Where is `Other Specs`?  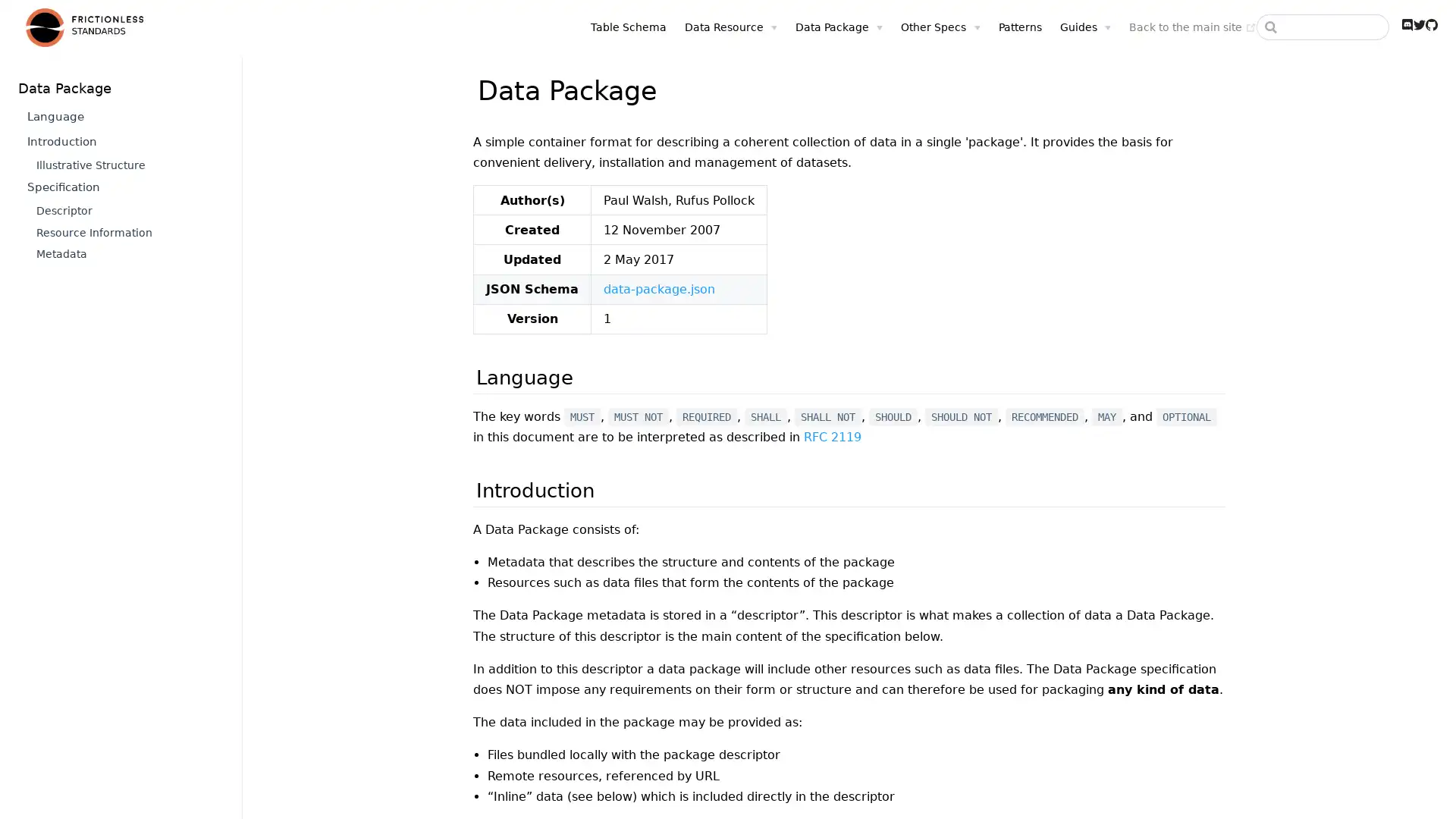
Other Specs is located at coordinates (919, 27).